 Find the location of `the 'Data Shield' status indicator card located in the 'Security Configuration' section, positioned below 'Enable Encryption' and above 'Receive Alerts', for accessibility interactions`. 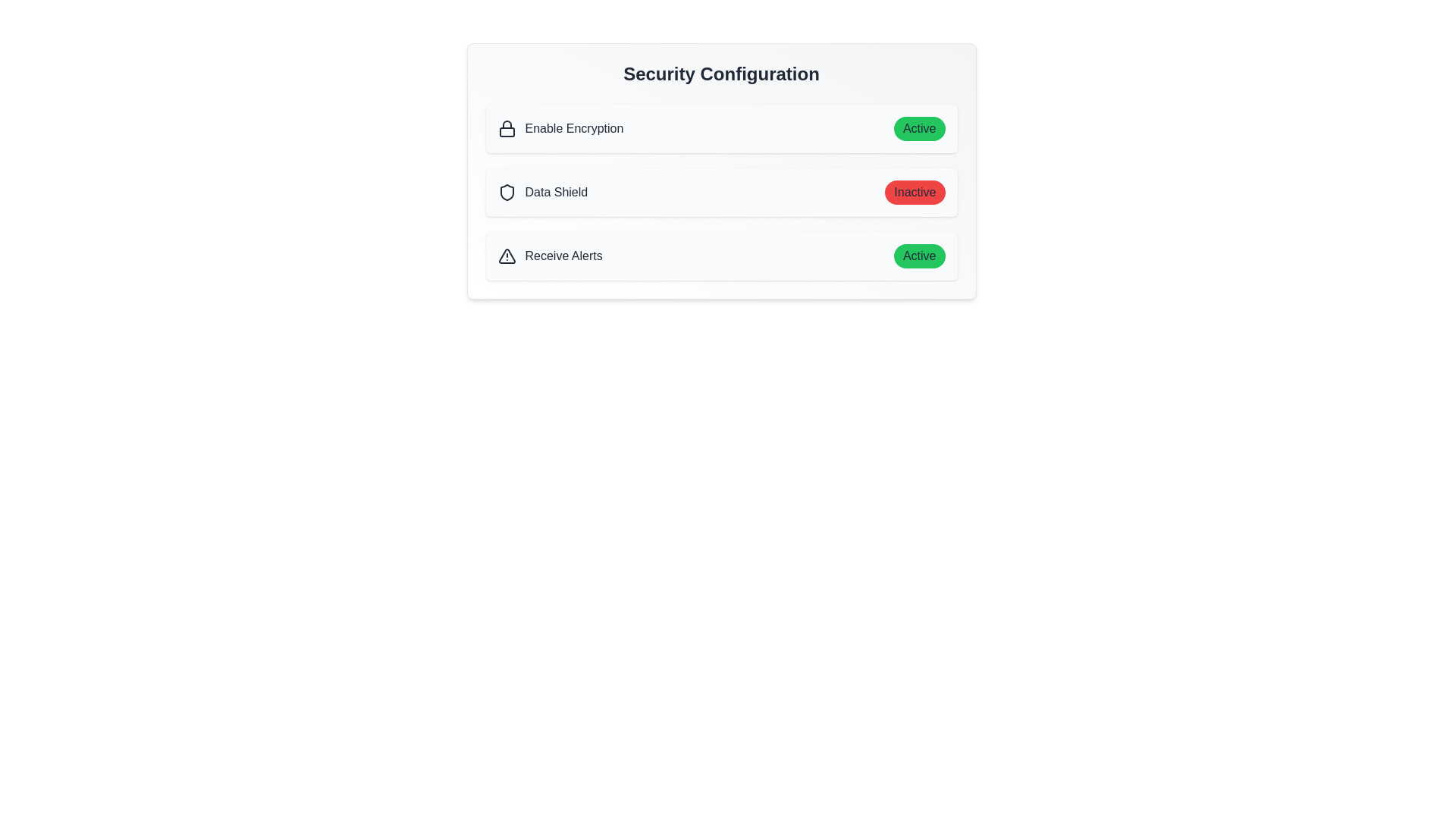

the 'Data Shield' status indicator card located in the 'Security Configuration' section, positioned below 'Enable Encryption' and above 'Receive Alerts', for accessibility interactions is located at coordinates (720, 192).